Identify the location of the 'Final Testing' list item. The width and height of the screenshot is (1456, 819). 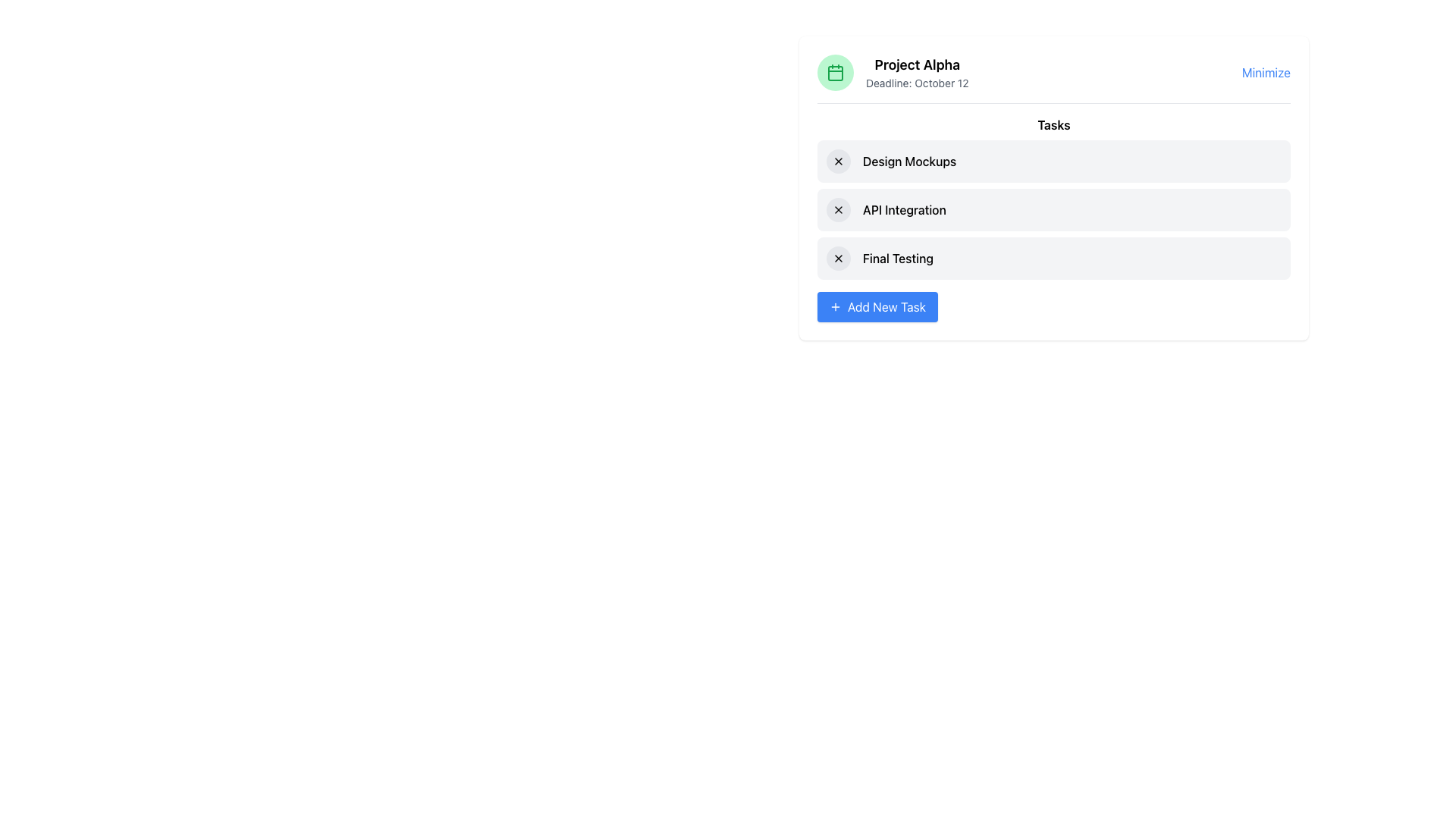
(1053, 257).